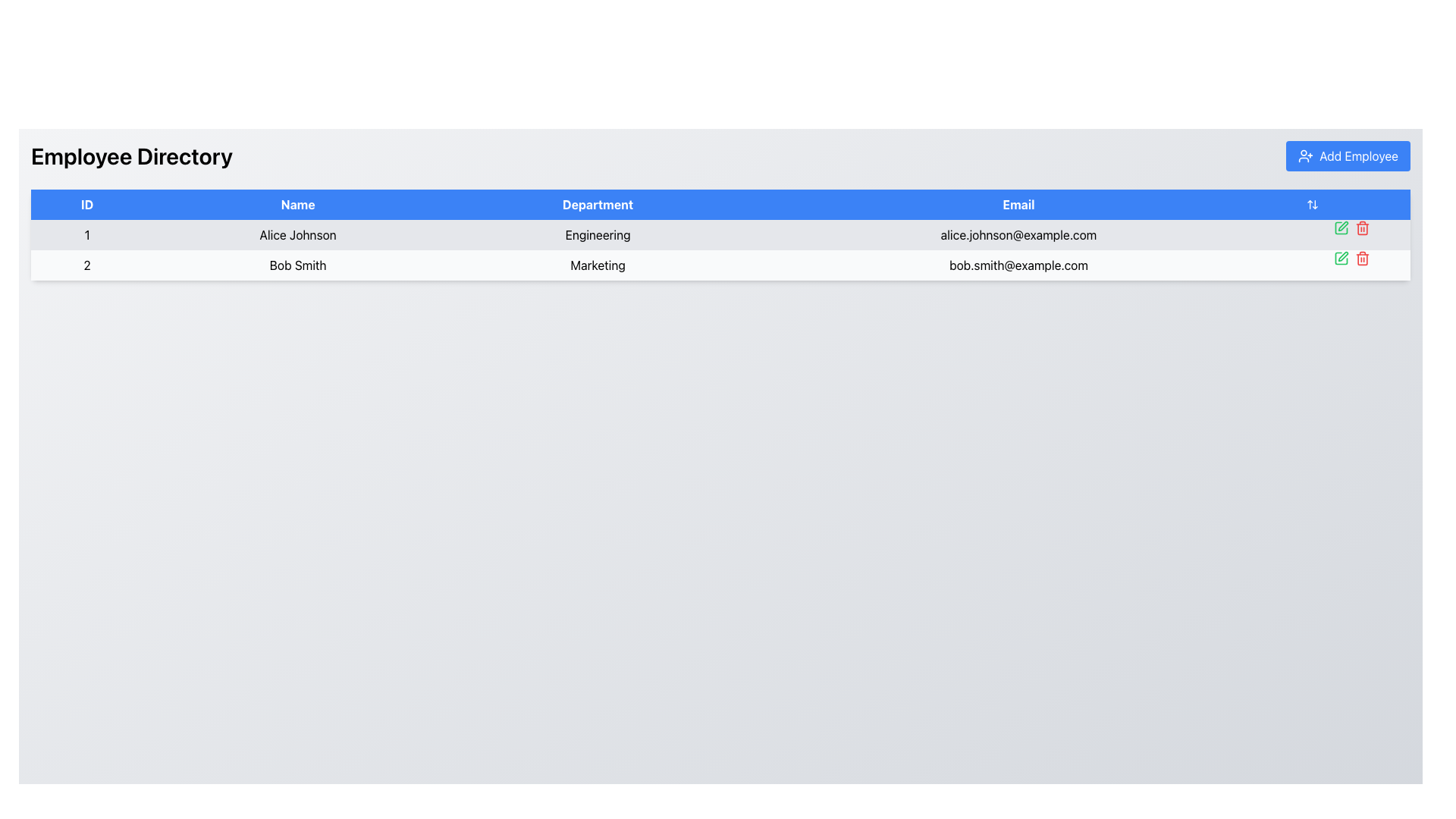 Image resolution: width=1456 pixels, height=819 pixels. What do you see at coordinates (1018, 234) in the screenshot?
I see `the static text label displaying 'alice.johnson@example.com' in the 'Email' column of the employee directory table, which is center-aligned and padded within its cell` at bounding box center [1018, 234].